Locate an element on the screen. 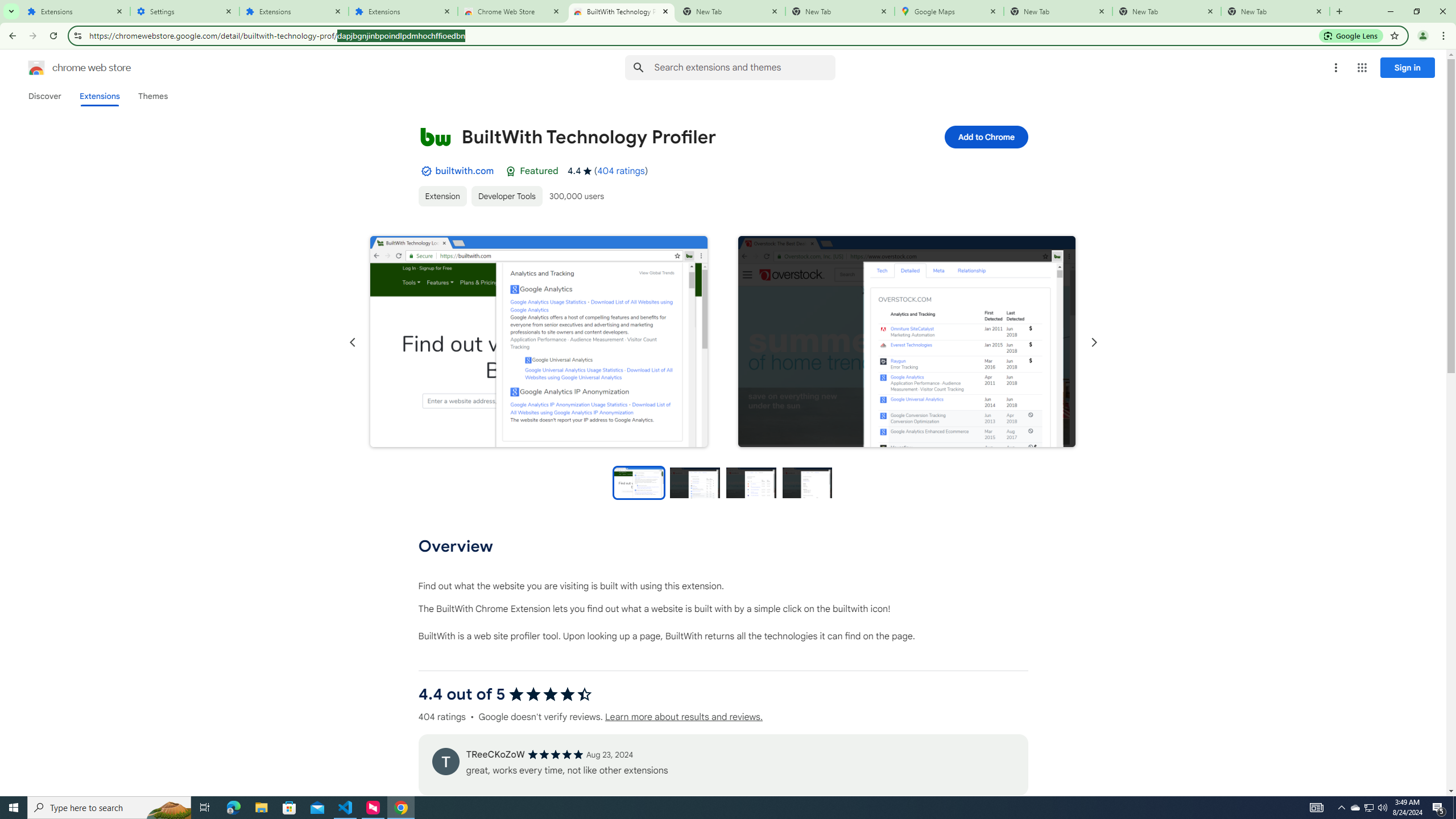  'Chrome Web Store logo' is located at coordinates (36, 67).